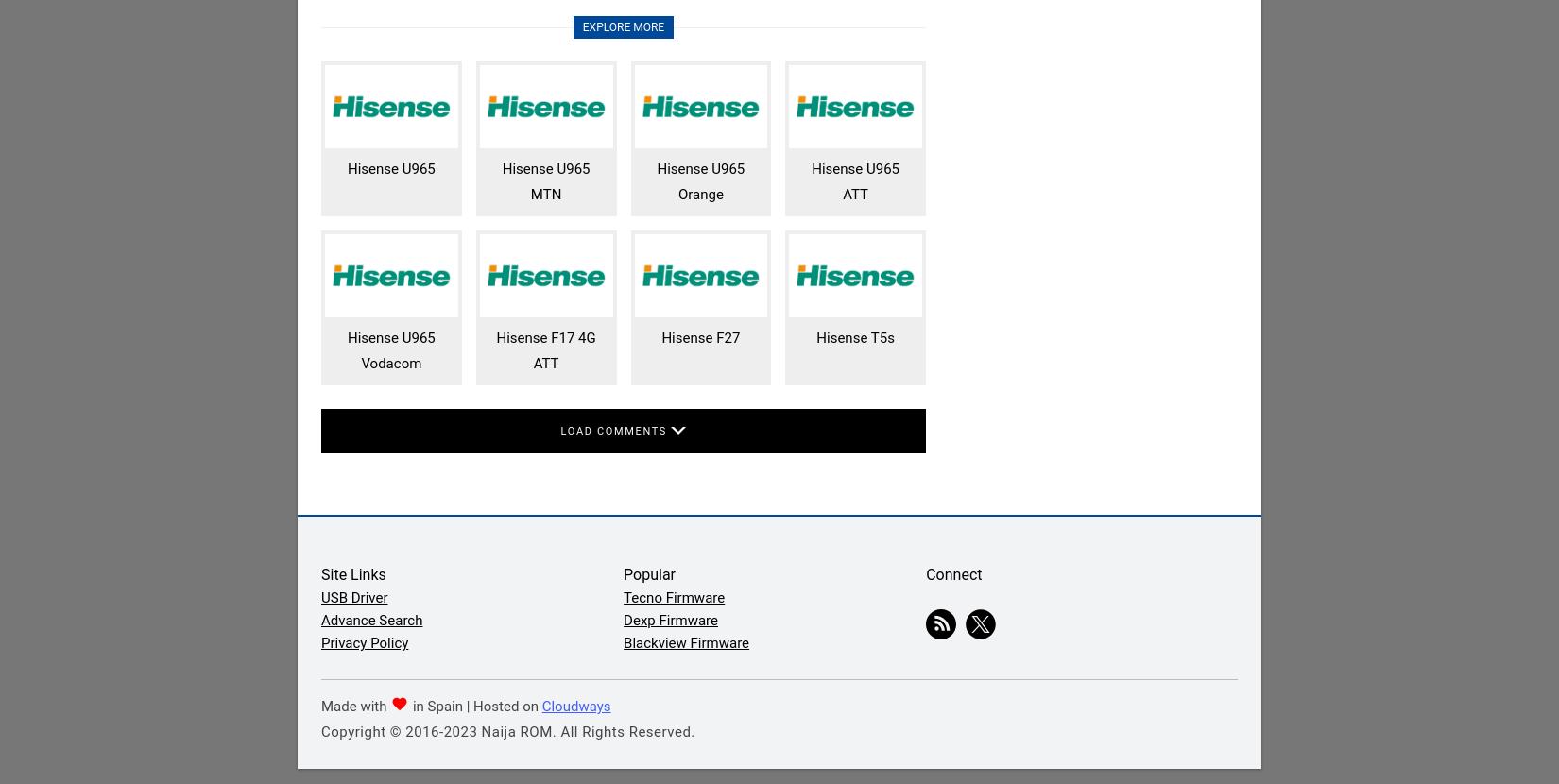 The image size is (1559, 784). What do you see at coordinates (353, 574) in the screenshot?
I see `'Site Links'` at bounding box center [353, 574].